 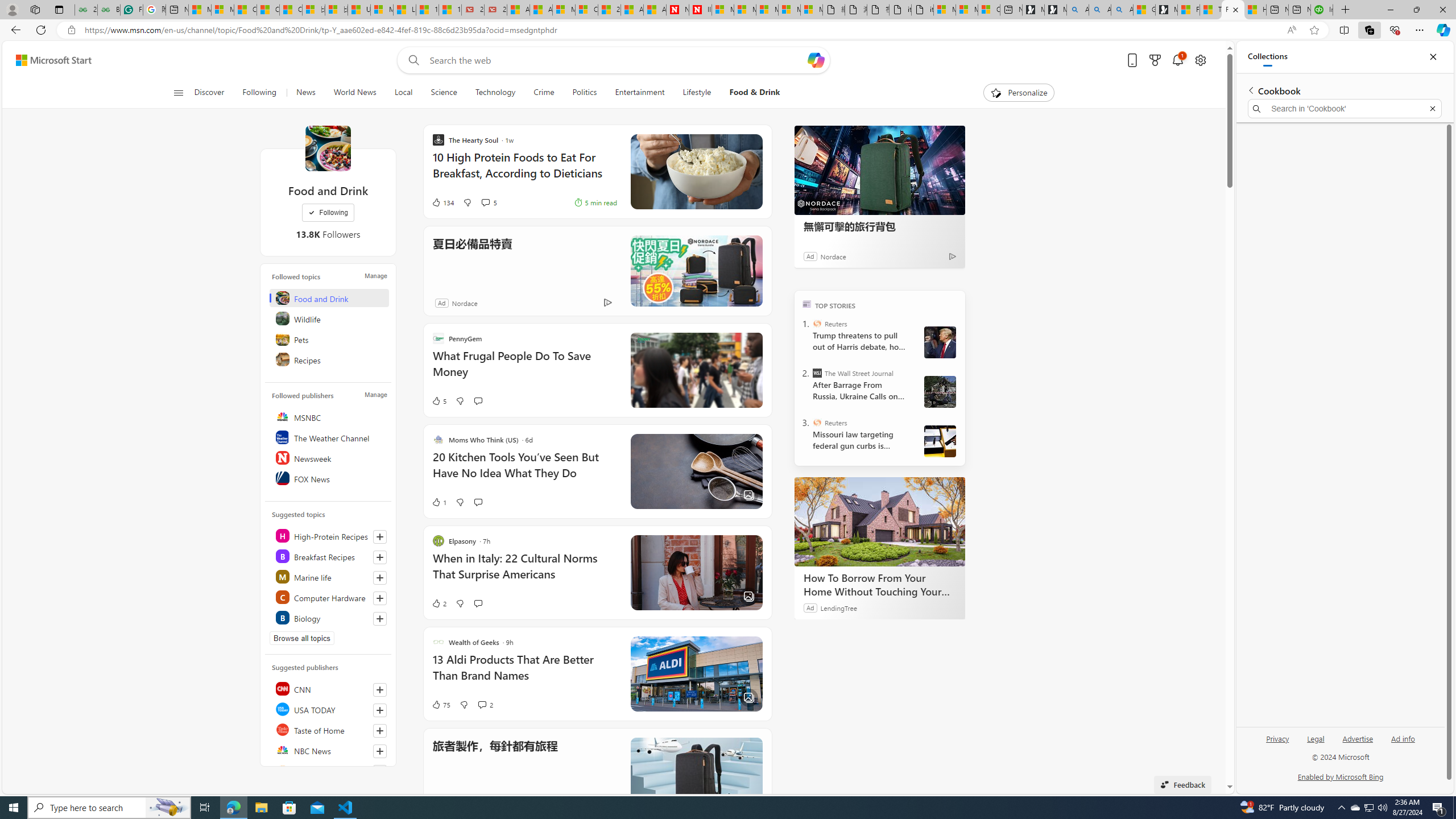 I want to click on 'Back to list of collections', so click(x=1250, y=90).